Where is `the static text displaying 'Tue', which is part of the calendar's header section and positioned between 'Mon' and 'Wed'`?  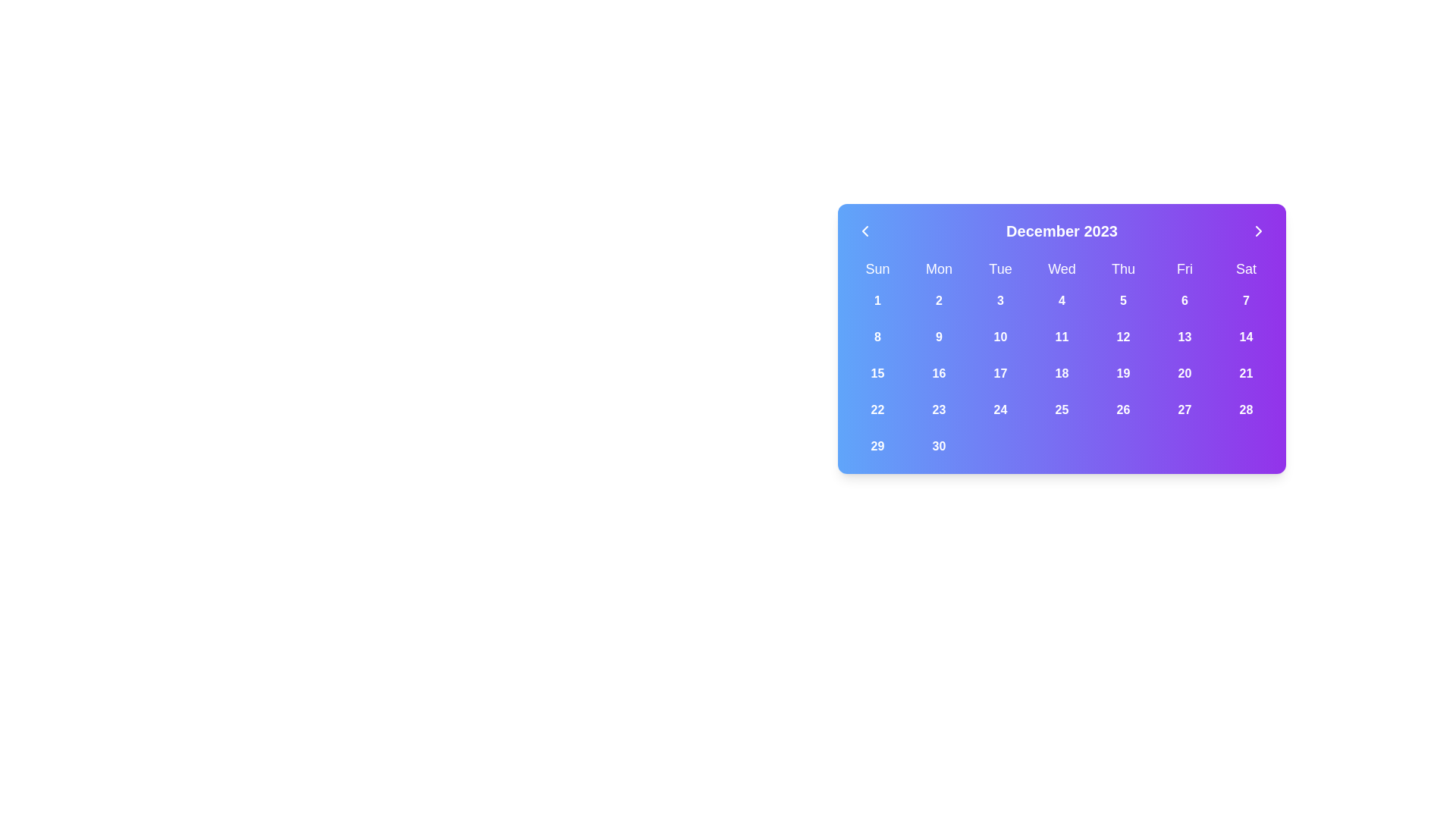 the static text displaying 'Tue', which is part of the calendar's header section and positioned between 'Mon' and 'Wed' is located at coordinates (1000, 268).